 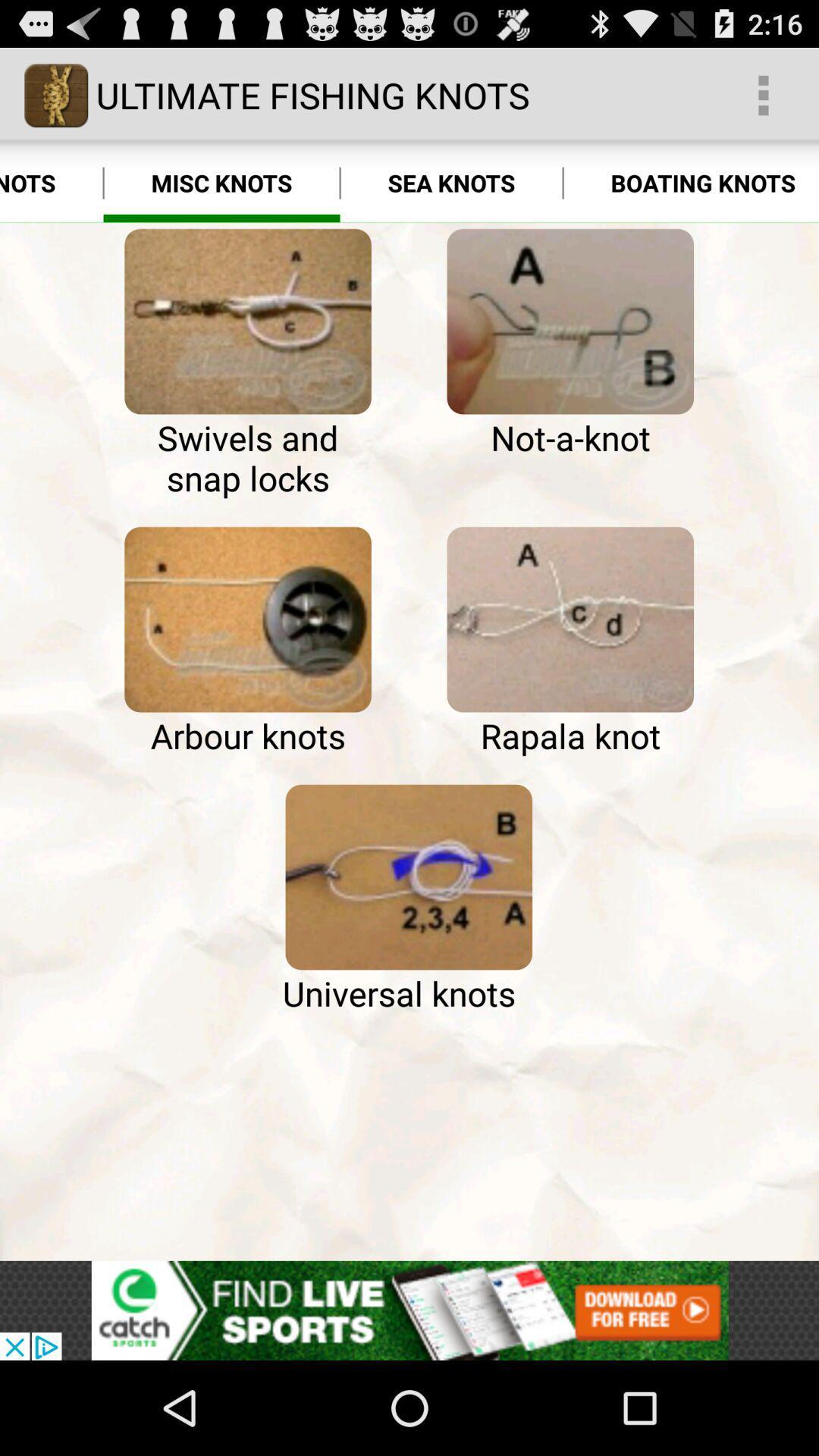 I want to click on open arbour knots, so click(x=247, y=620).